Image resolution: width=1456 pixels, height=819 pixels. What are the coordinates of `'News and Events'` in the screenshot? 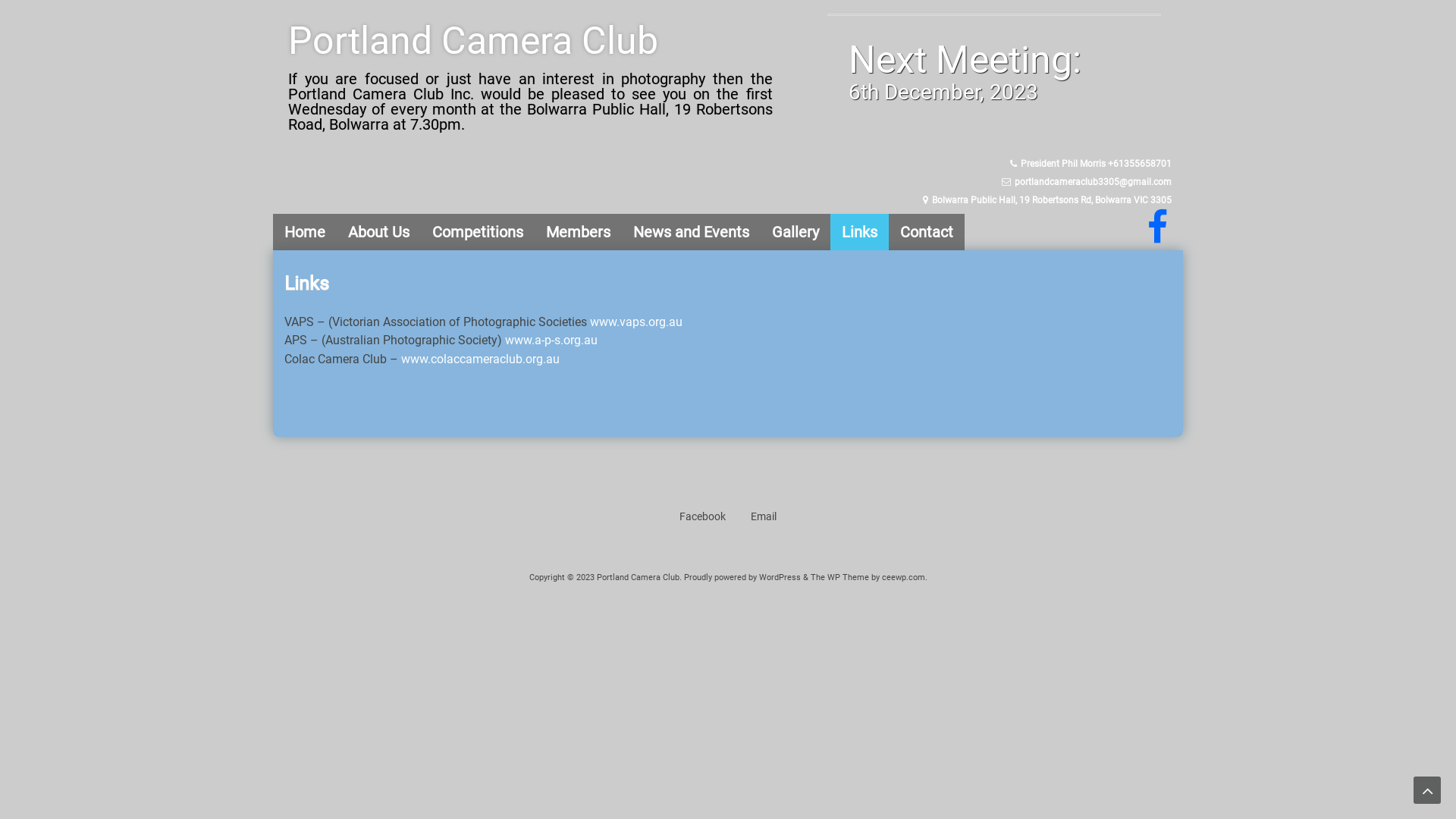 It's located at (622, 231).